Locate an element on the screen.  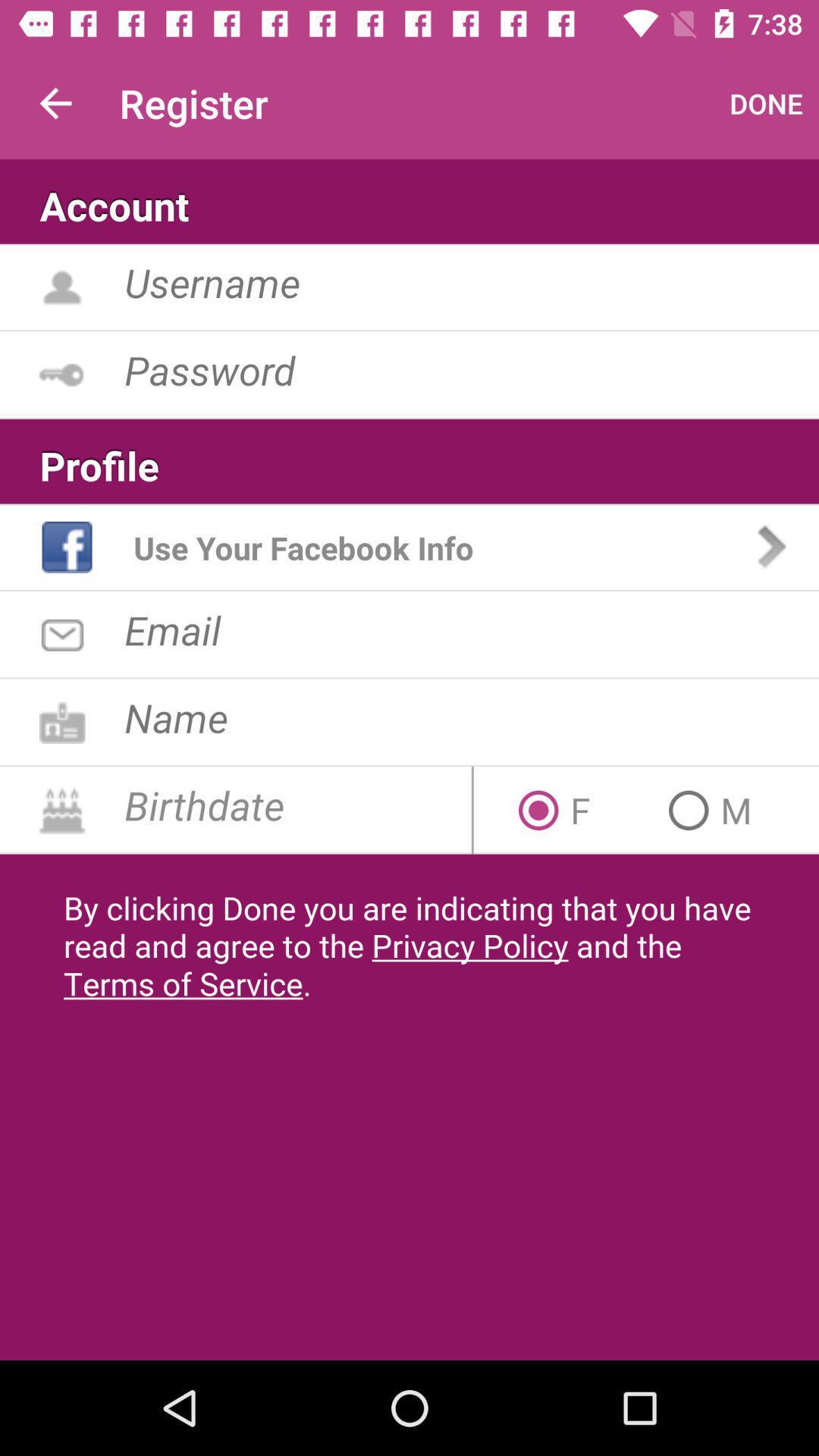
text is located at coordinates (471, 629).